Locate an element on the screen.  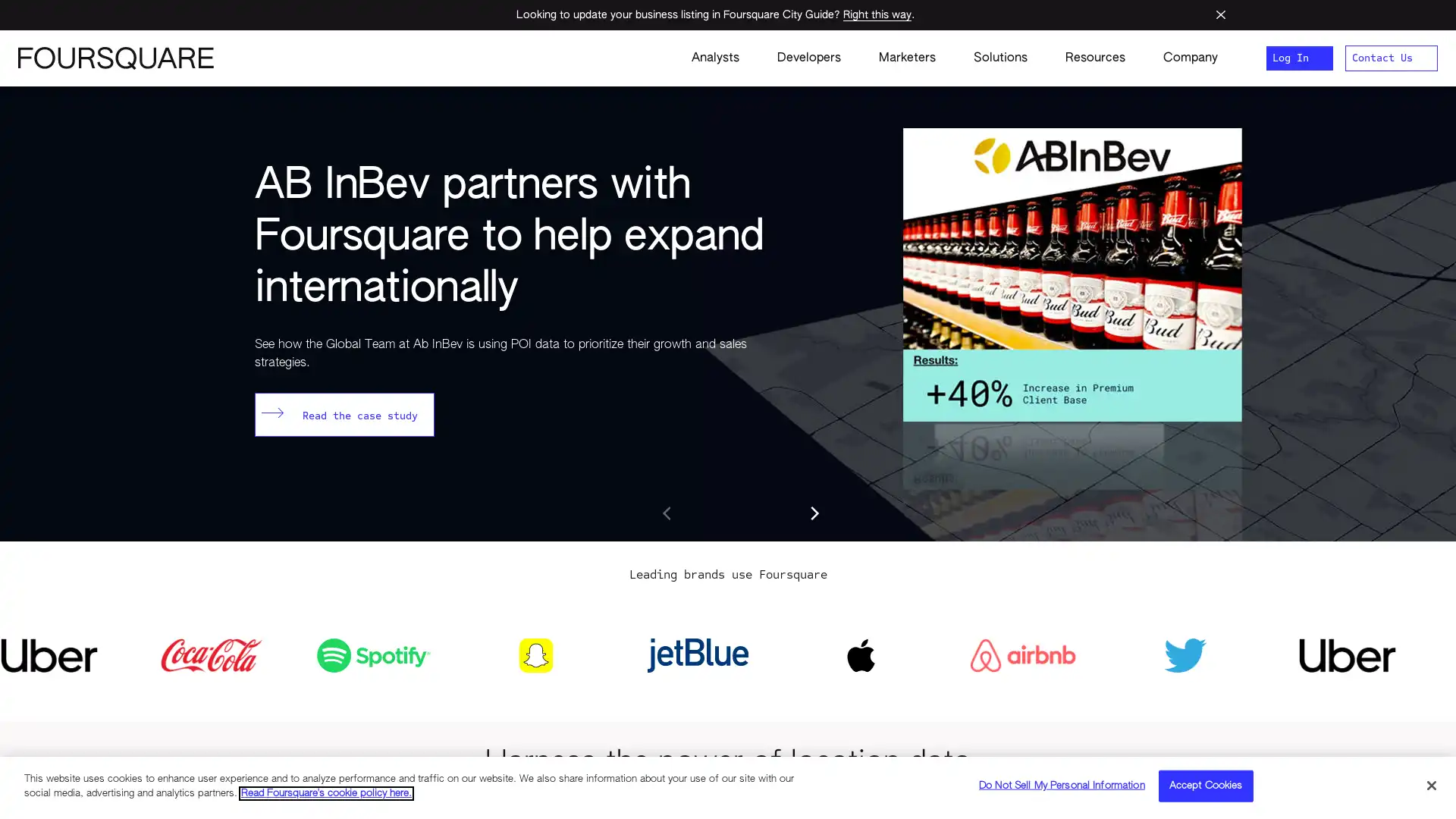
Marketers is located at coordinates (907, 58).